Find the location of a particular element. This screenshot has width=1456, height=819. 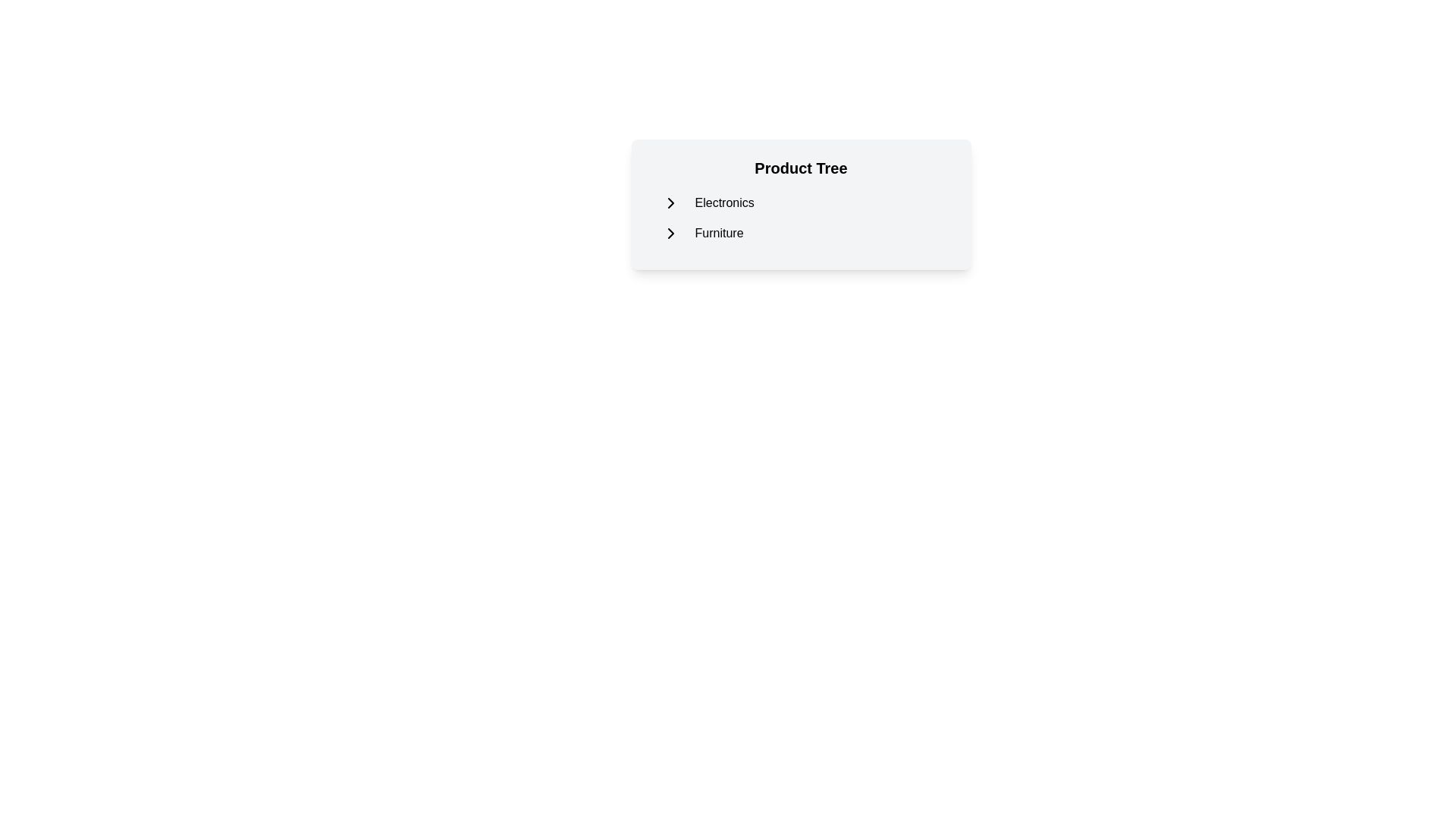

the right-pointing chevron icon button is located at coordinates (670, 234).